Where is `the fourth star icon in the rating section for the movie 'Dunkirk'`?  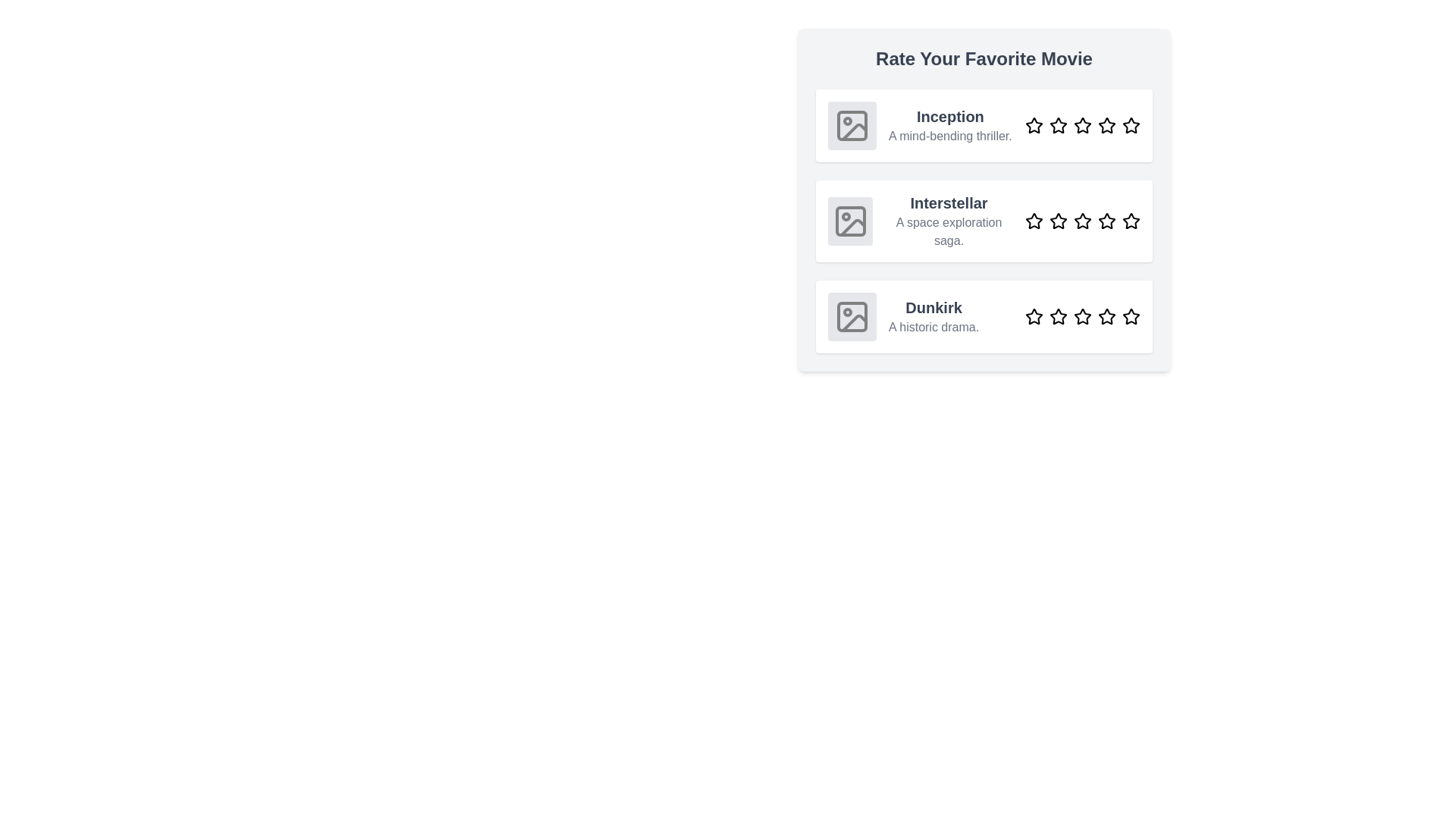 the fourth star icon in the rating section for the movie 'Dunkirk' is located at coordinates (1106, 315).